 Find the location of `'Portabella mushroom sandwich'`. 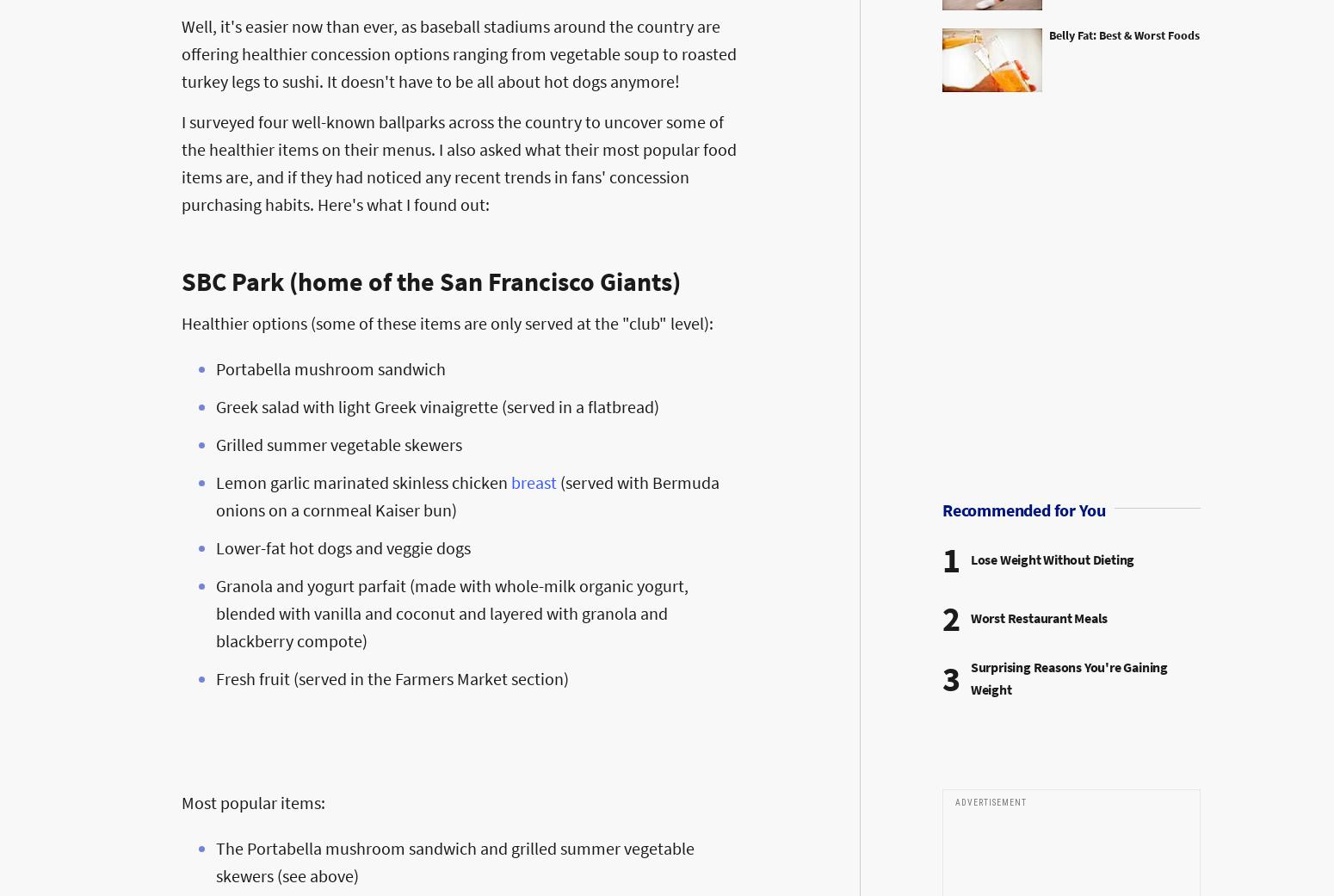

'Portabella mushroom sandwich' is located at coordinates (215, 367).